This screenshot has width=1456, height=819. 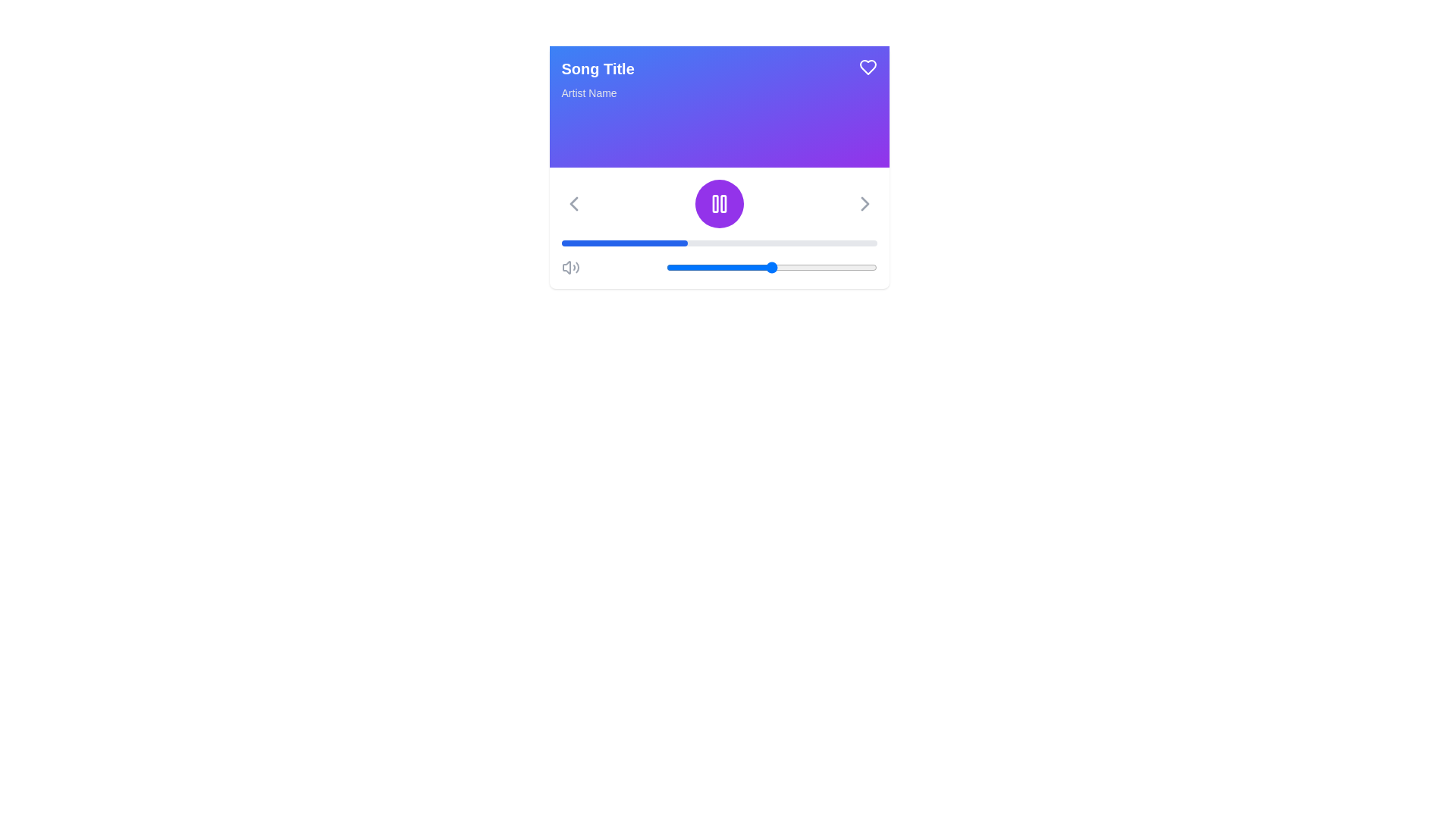 What do you see at coordinates (718, 203) in the screenshot?
I see `the pause icon, which is a white pause button inside a circular purple button located at the center of the playback control interface` at bounding box center [718, 203].